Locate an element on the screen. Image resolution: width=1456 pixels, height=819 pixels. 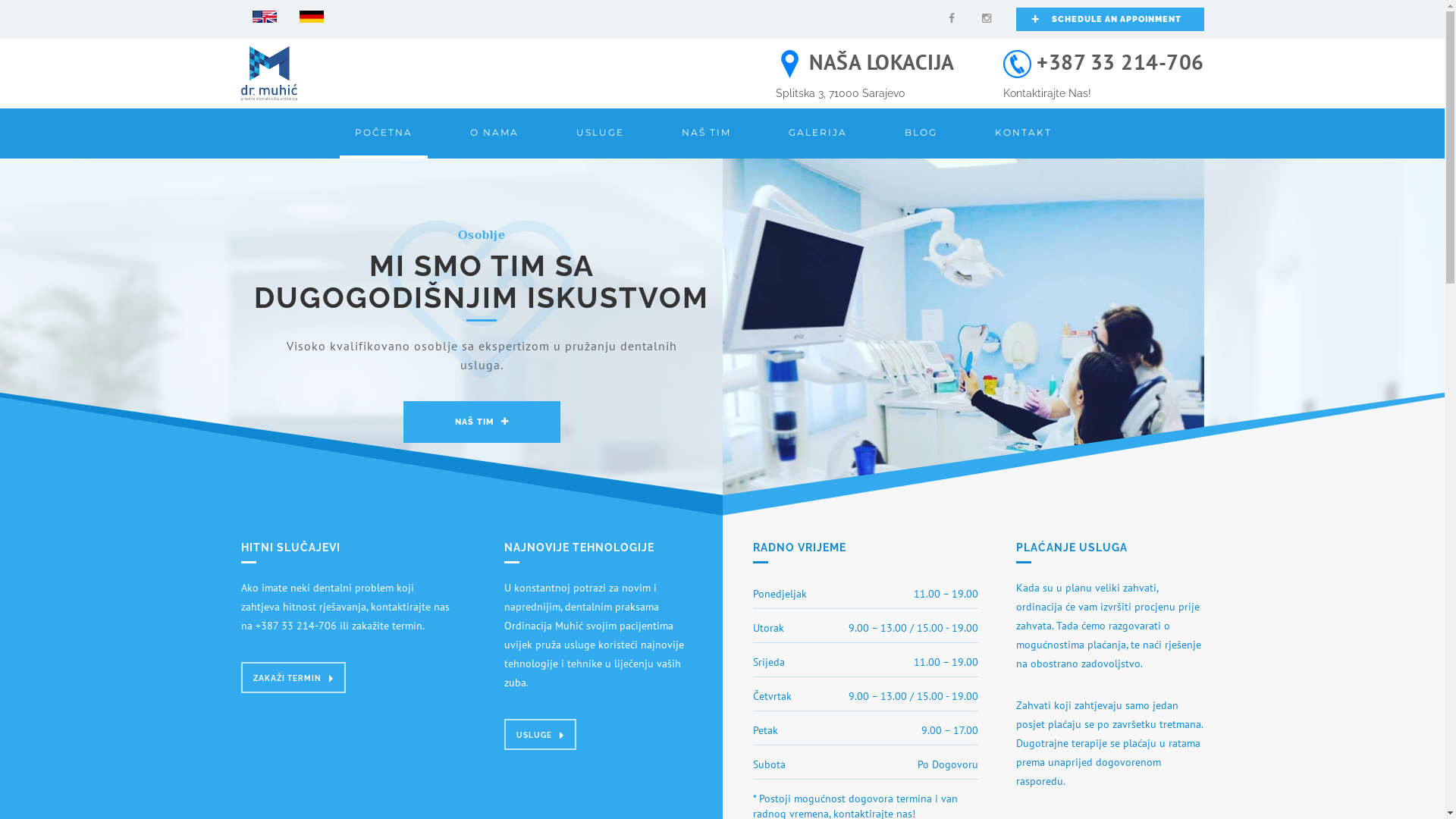
'O NAMA' is located at coordinates (494, 133).